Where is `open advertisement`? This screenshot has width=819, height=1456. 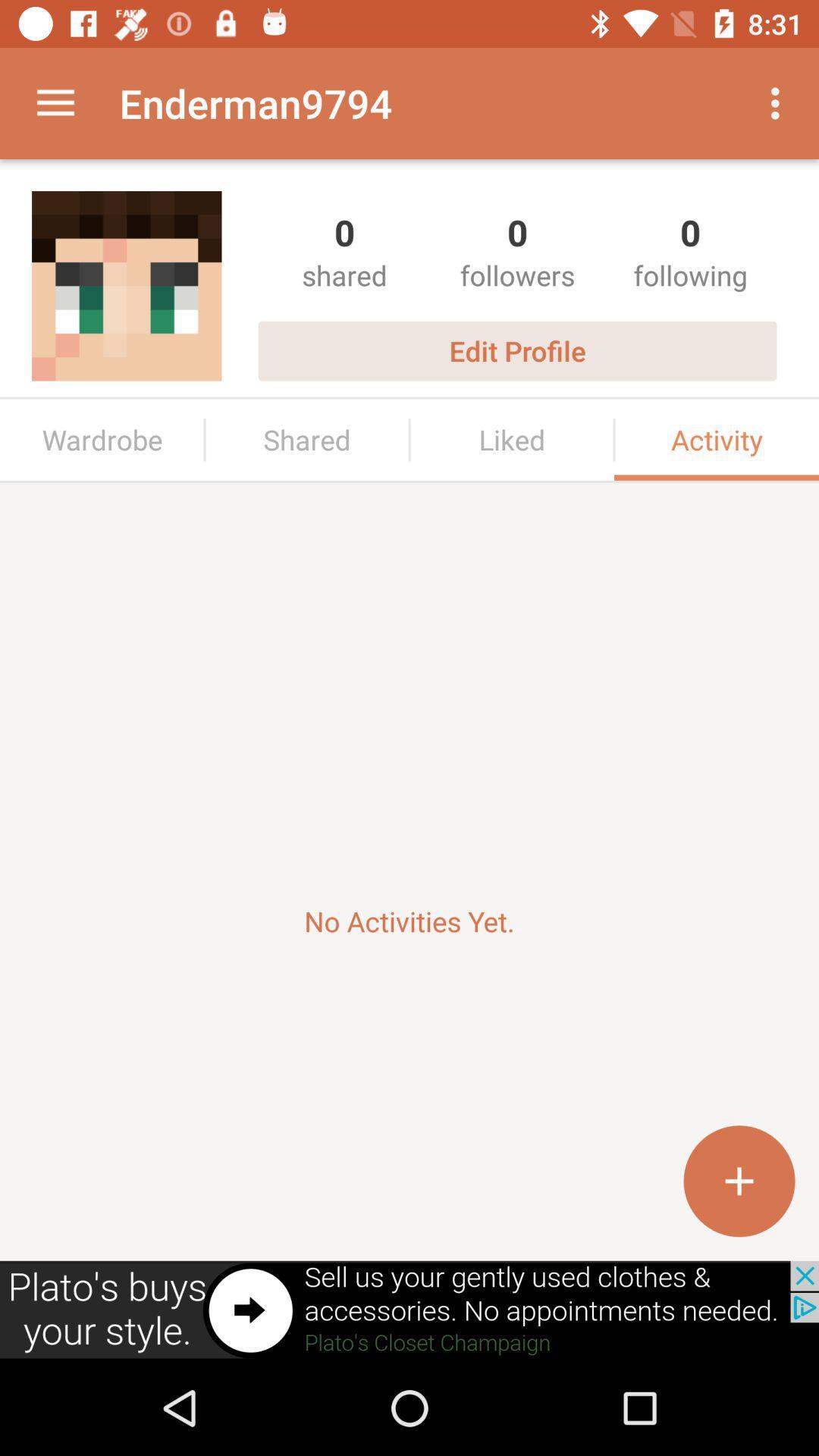
open advertisement is located at coordinates (409, 1310).